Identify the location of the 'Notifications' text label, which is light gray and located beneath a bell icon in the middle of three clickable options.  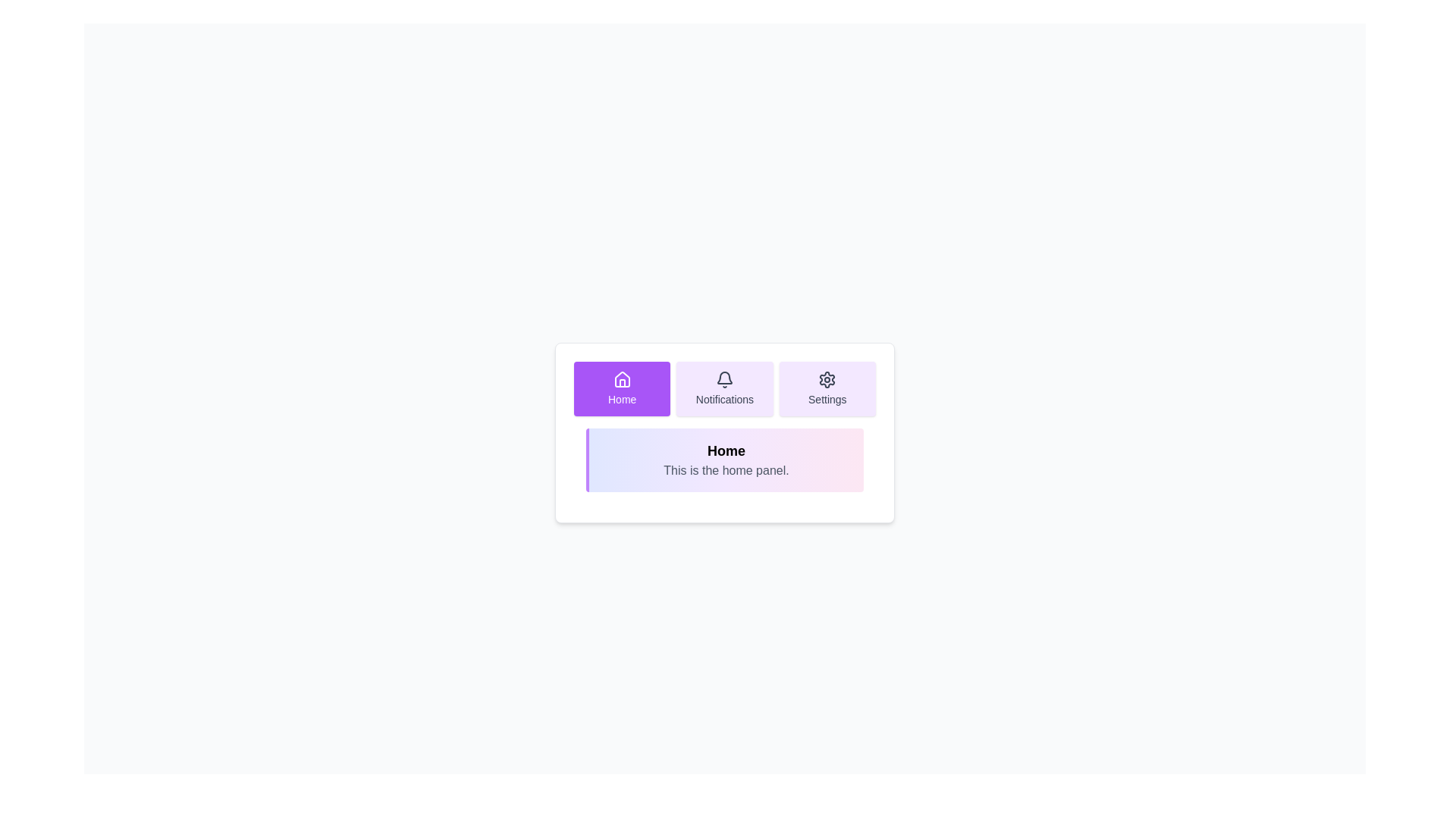
(723, 399).